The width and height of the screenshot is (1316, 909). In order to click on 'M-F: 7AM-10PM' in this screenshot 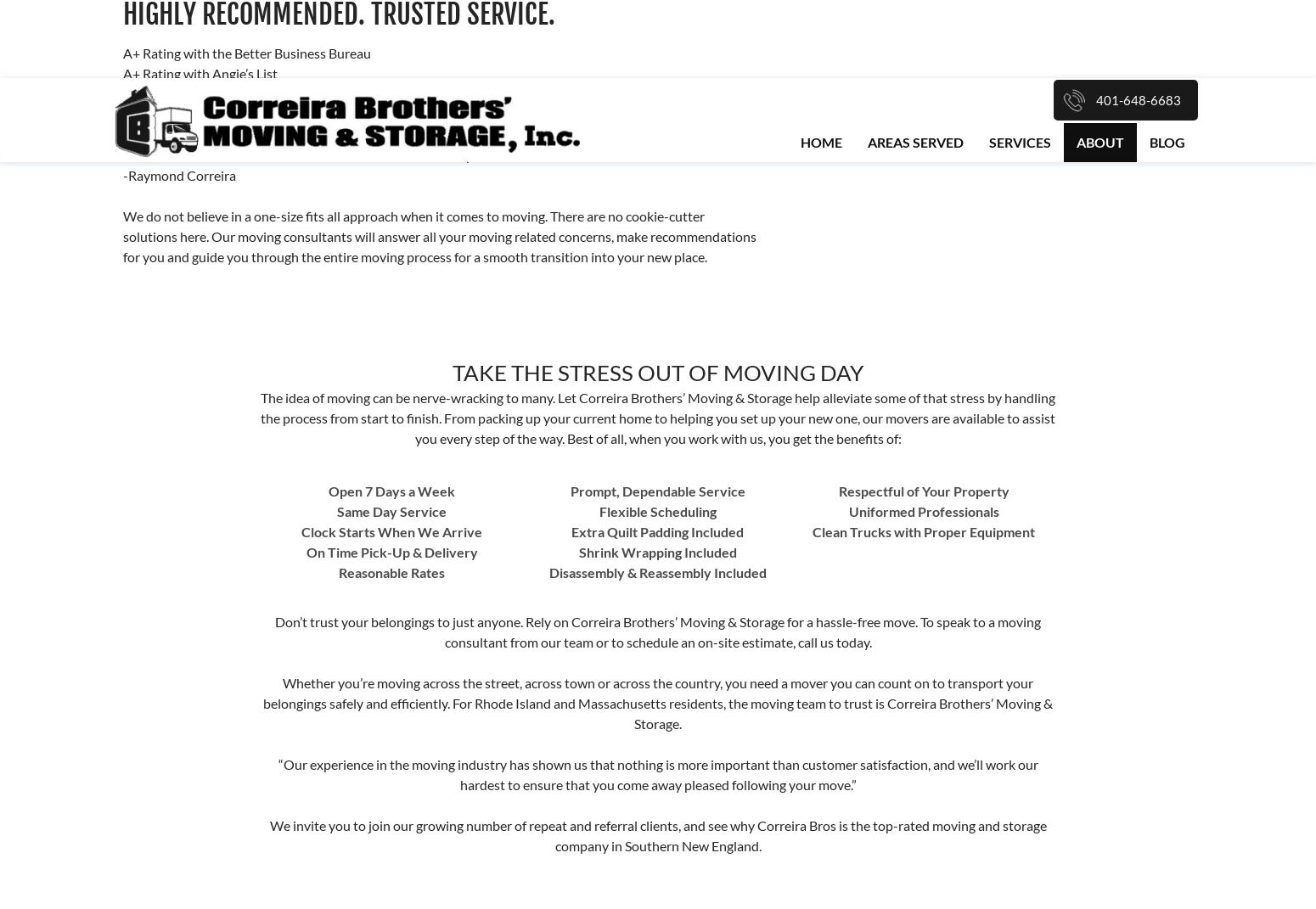, I will do `click(449, 631)`.